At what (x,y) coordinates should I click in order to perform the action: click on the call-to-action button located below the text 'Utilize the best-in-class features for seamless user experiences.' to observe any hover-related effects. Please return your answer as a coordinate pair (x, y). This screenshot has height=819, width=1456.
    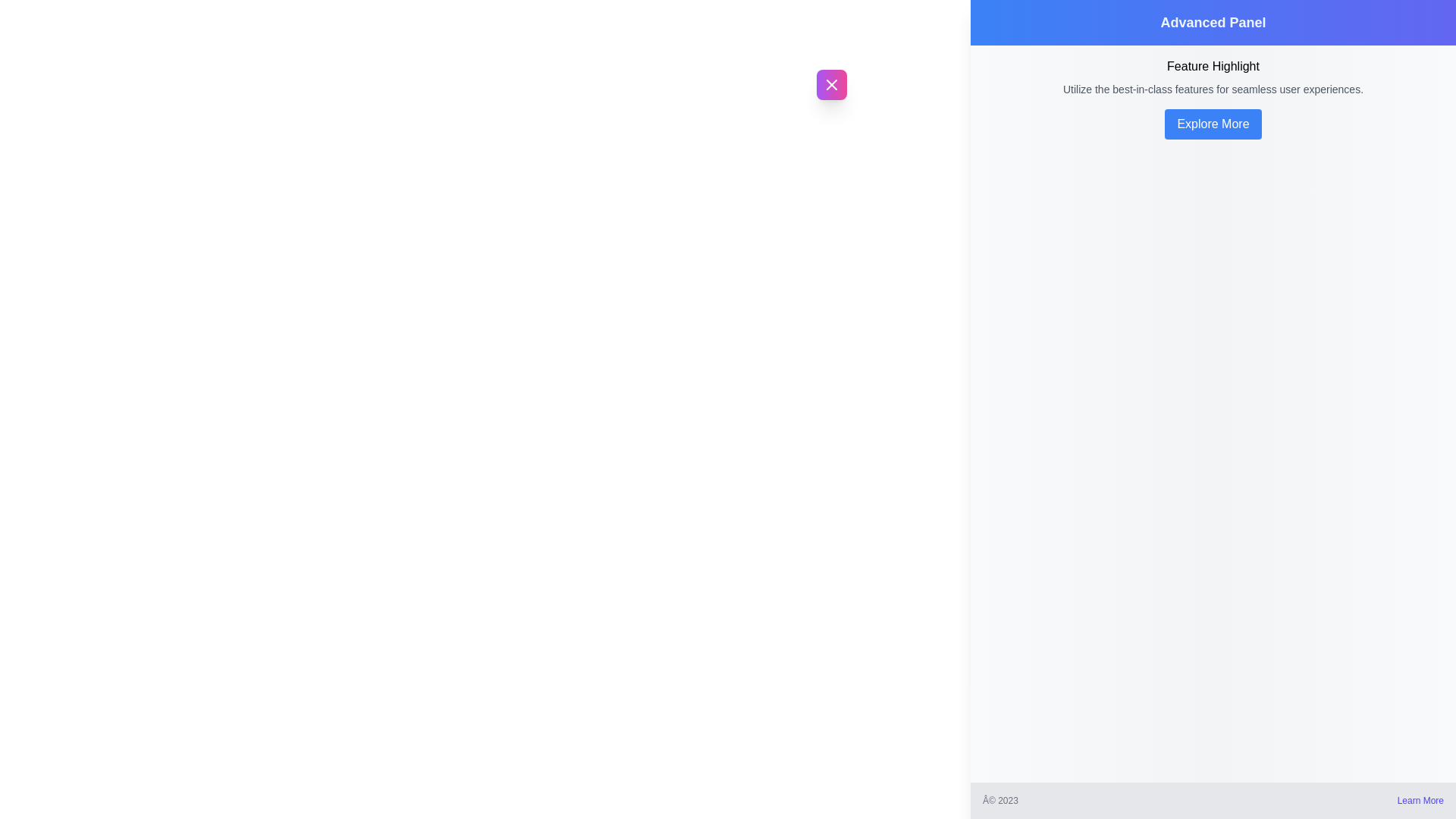
    Looking at the image, I should click on (1212, 124).